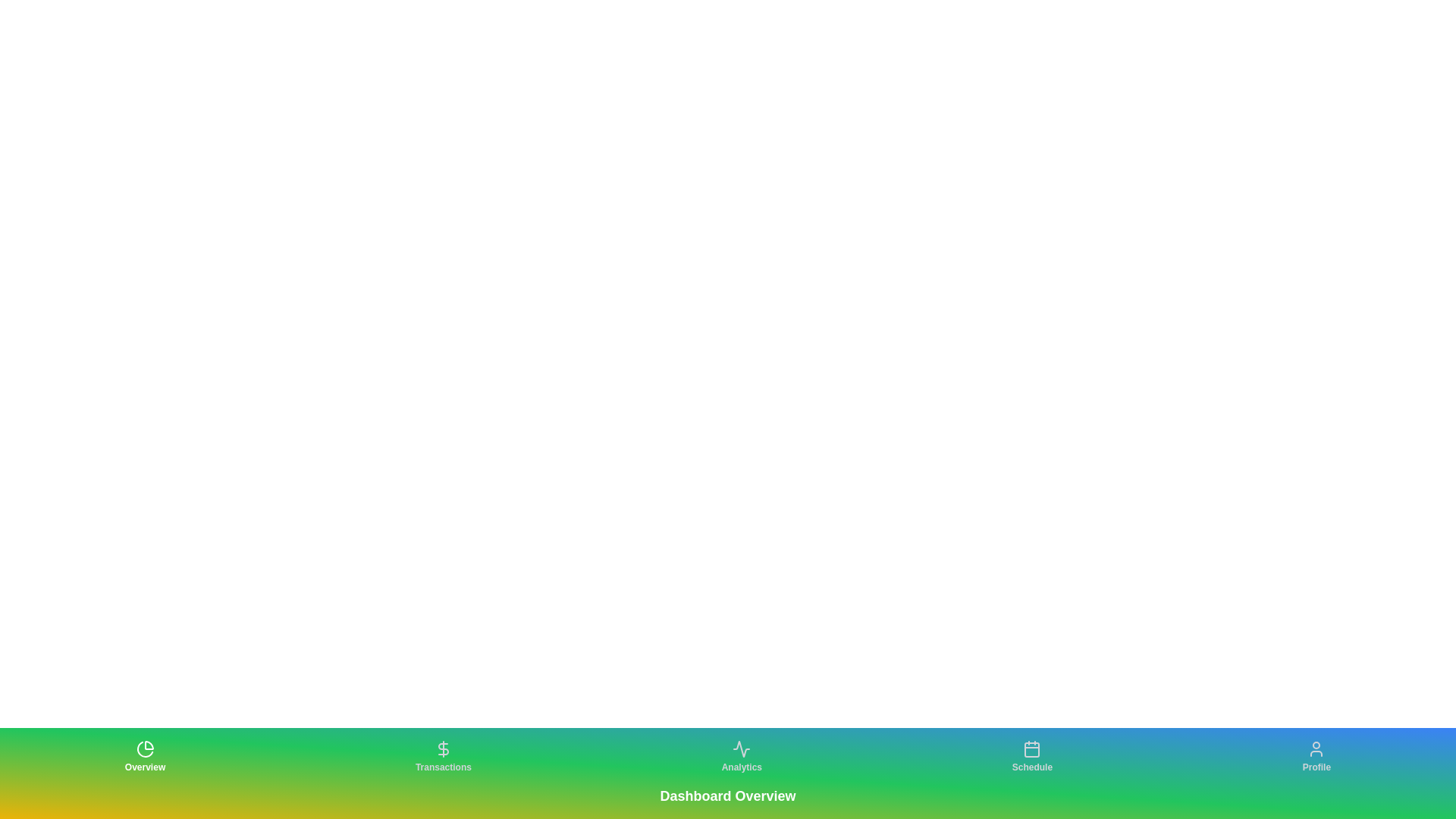 This screenshot has width=1456, height=819. I want to click on the tab labeled Analytics, so click(742, 757).